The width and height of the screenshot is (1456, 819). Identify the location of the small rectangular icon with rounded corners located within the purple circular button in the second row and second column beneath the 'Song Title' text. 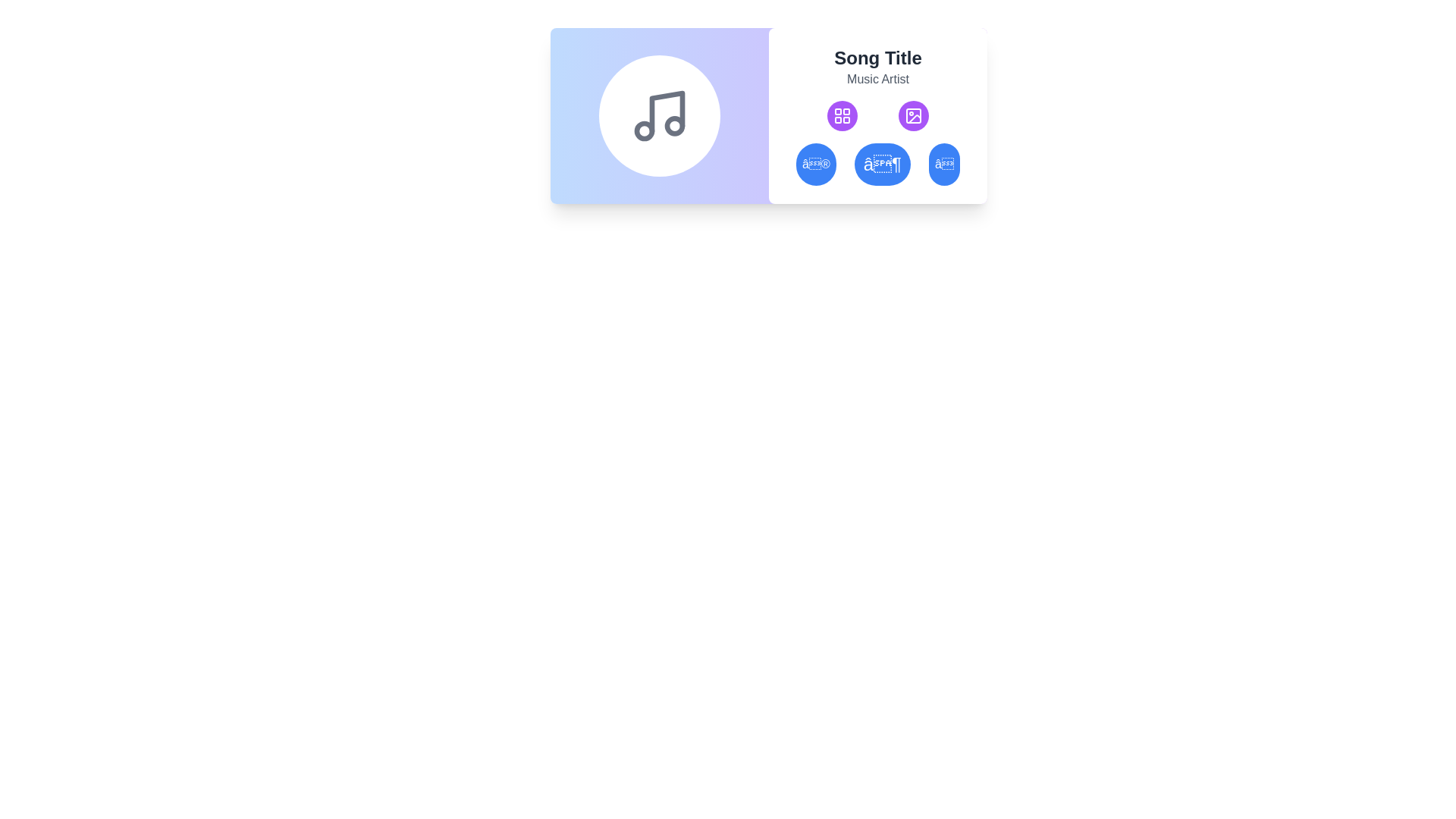
(912, 115).